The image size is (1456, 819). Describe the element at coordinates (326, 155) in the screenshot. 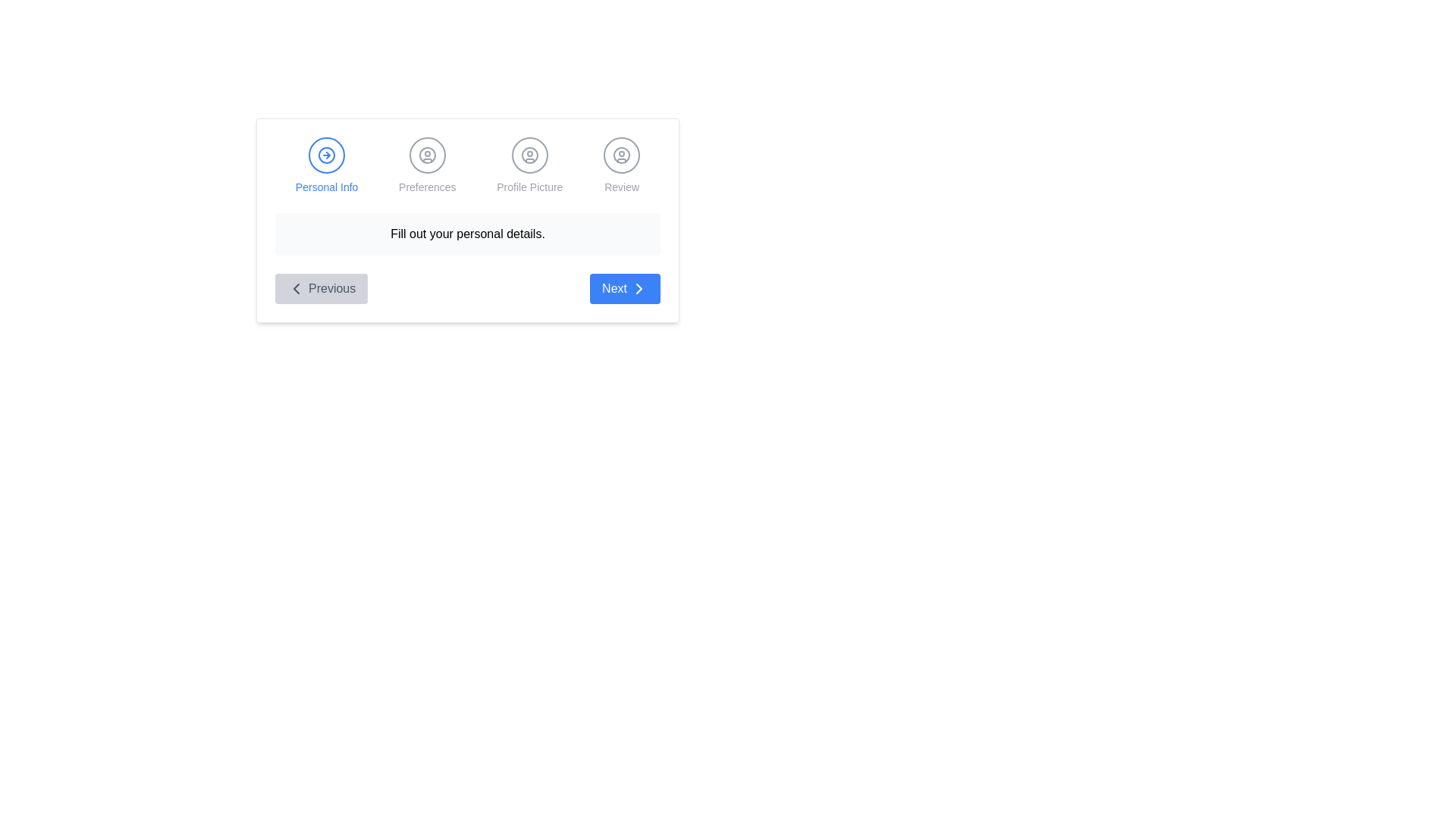

I see `the first circular button in the 'Personal Info' group, which serves as a step indicator in a multi-step process` at that location.